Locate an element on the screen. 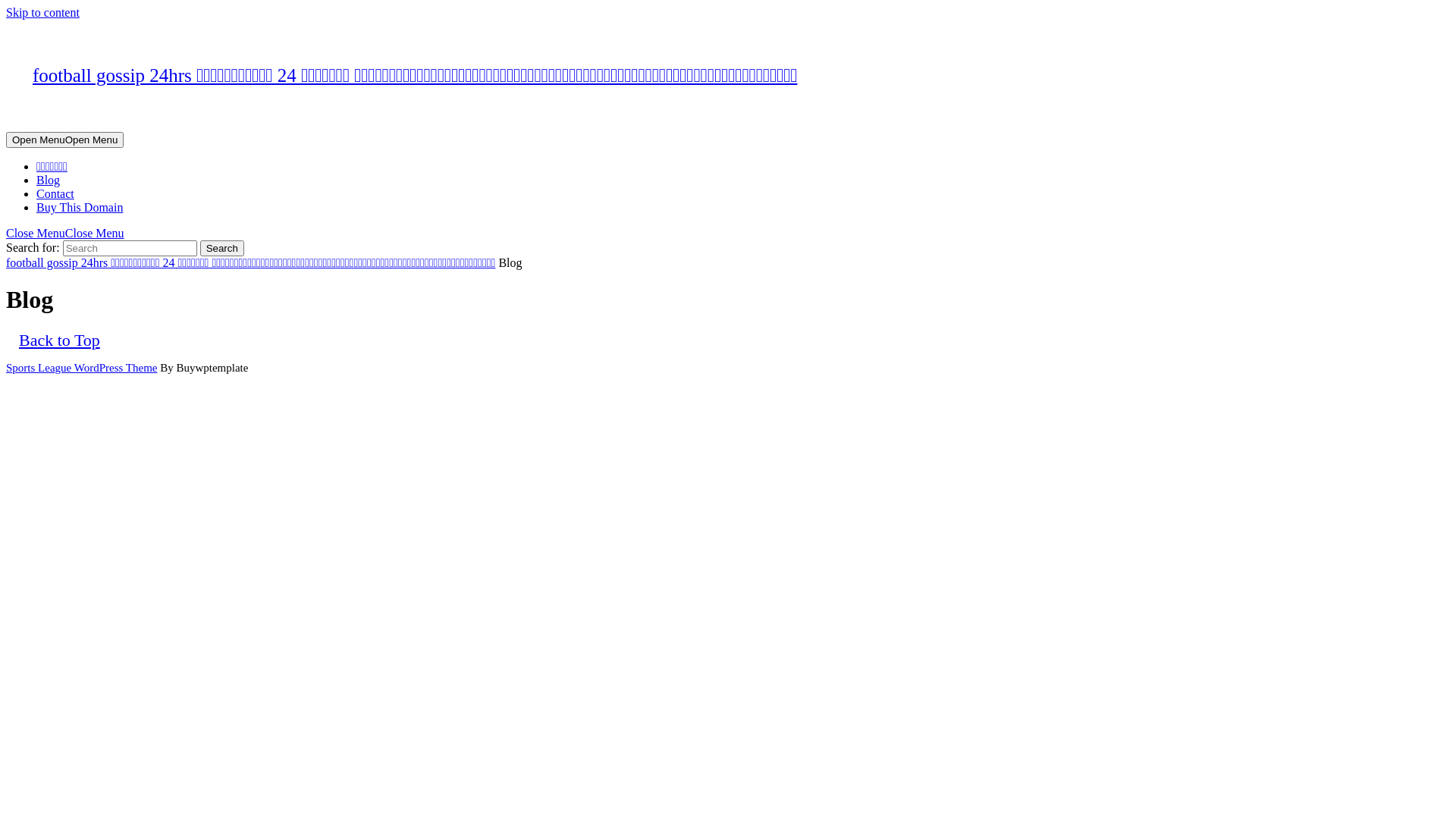 This screenshot has height=819, width=1456. 'Open MenuOpen Menu' is located at coordinates (6, 140).